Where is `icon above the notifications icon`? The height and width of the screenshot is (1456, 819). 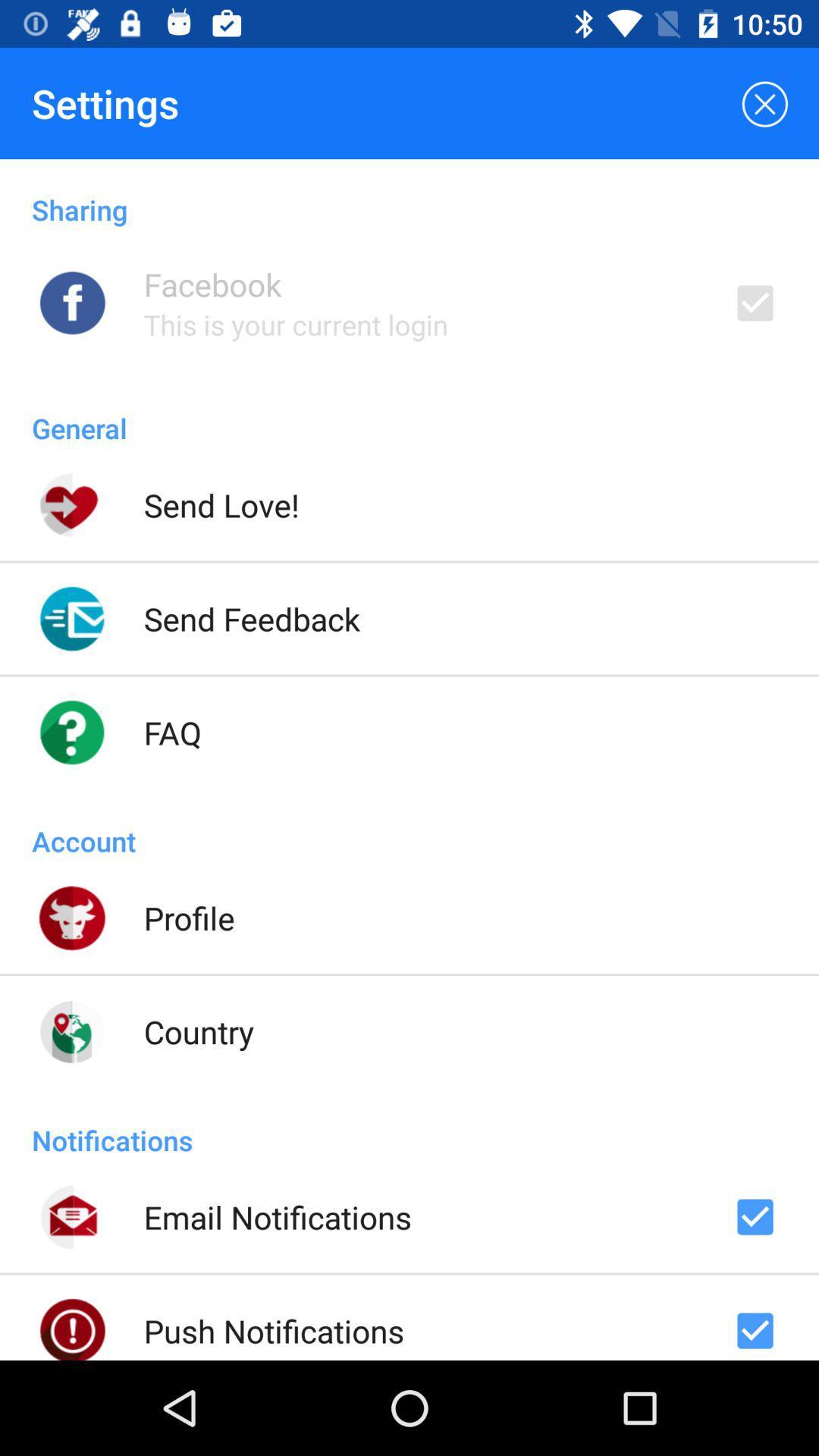 icon above the notifications icon is located at coordinates (198, 1031).